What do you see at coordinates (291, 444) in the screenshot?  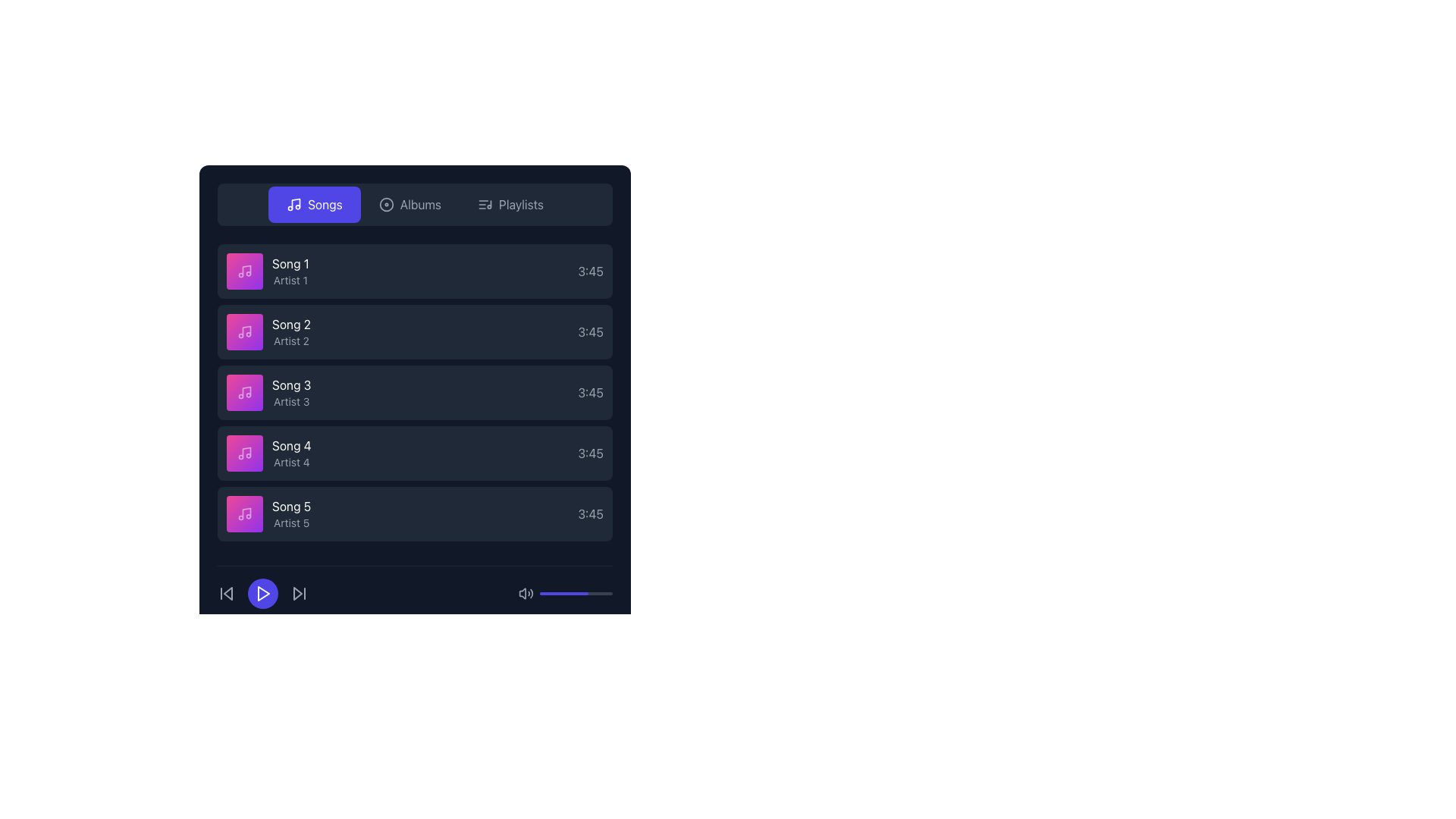 I see `text label displaying 'Song 4', which is styled with white text on a dark background and is the title text in the fourth tile from the top` at bounding box center [291, 444].